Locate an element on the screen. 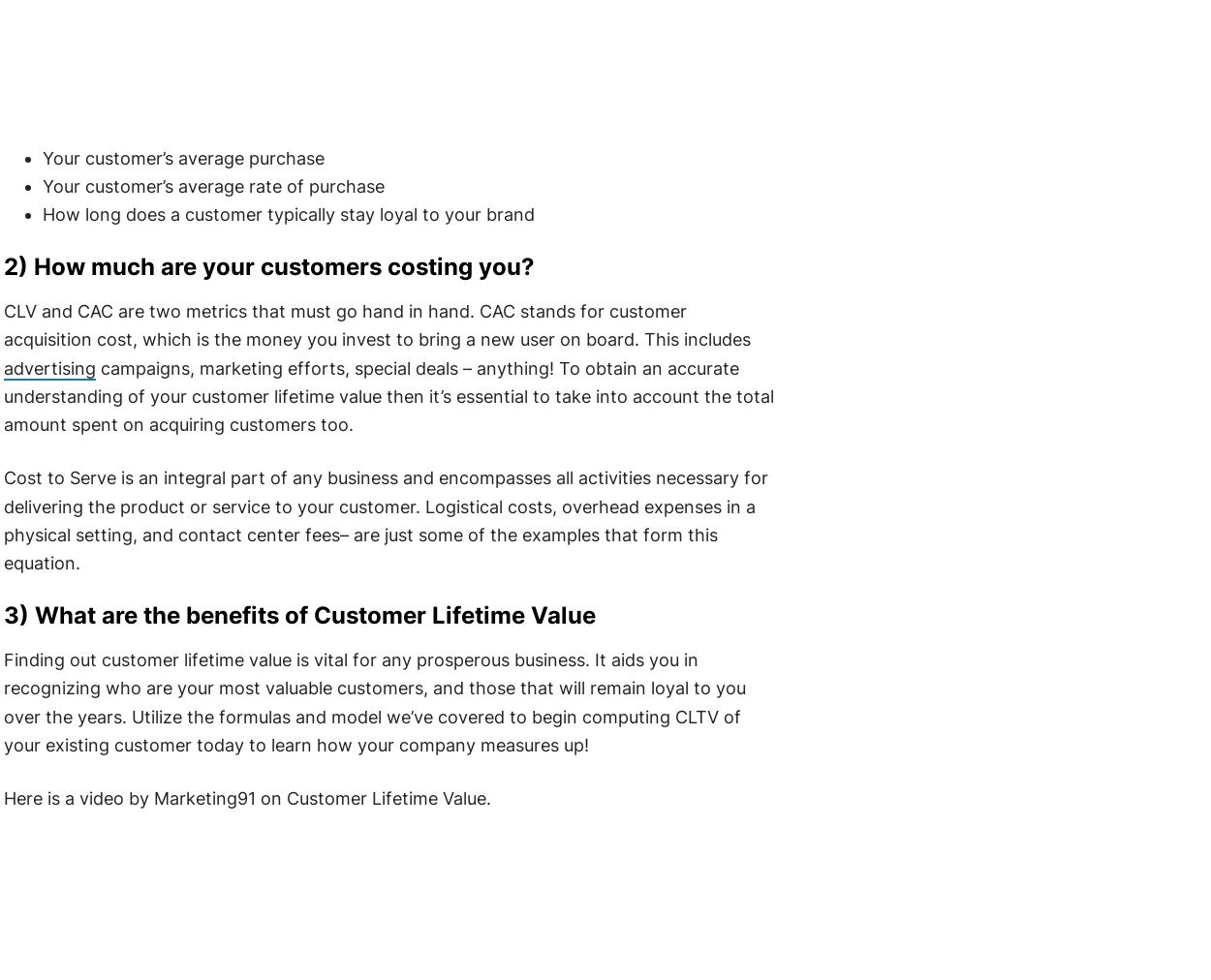 This screenshot has width=1211, height=980. 'Finding out customer lifetime value is vital for any prosperous business. It aids you in recognizing who are your most valuable customers, and those that will remain loyal to you over the years. Utilize the formulas and model we’ve covered to begin computing CLTV of your existing customer today to learn how your company measures up!' is located at coordinates (374, 701).